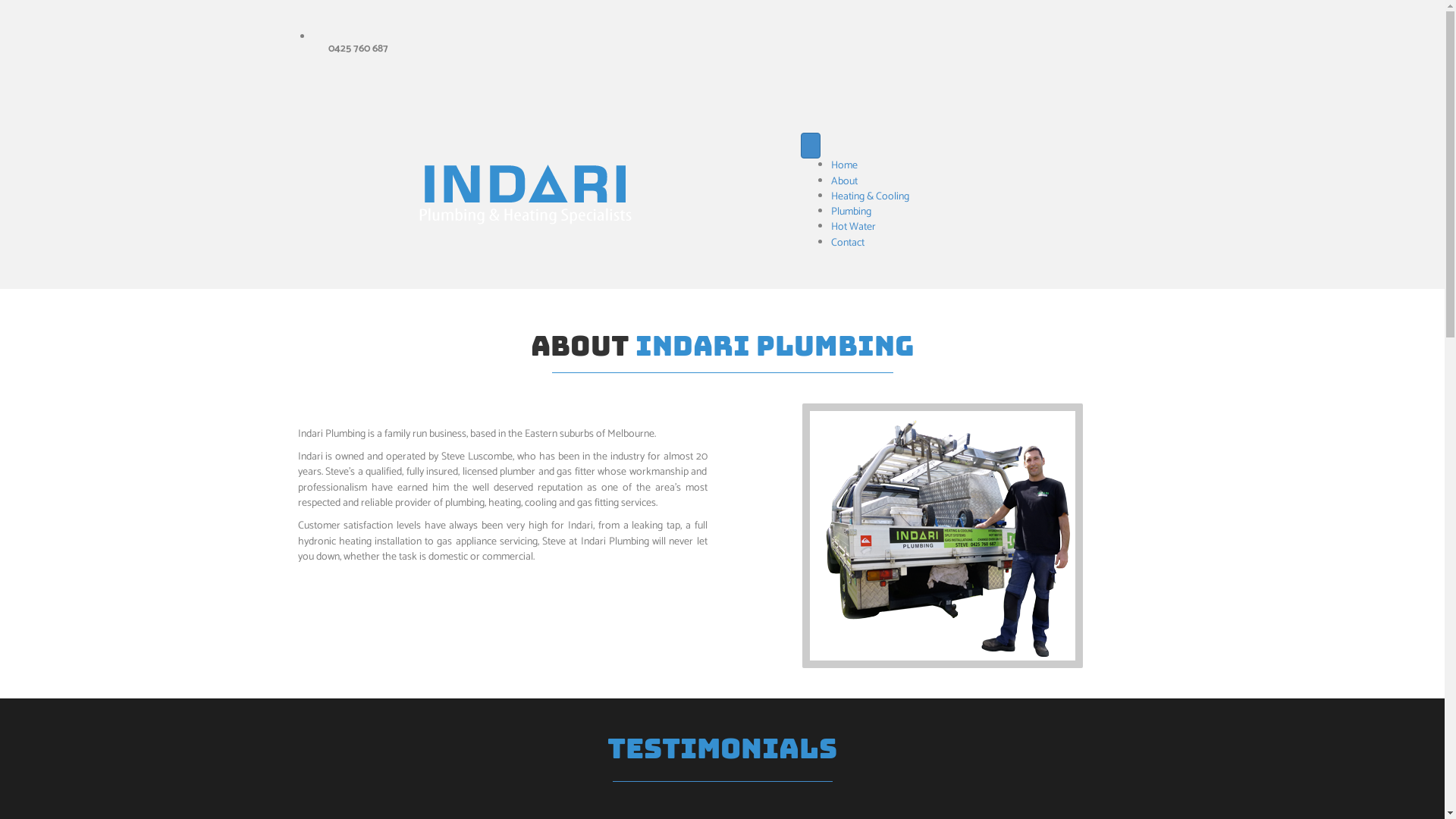  I want to click on 'Plumbing', so click(851, 212).